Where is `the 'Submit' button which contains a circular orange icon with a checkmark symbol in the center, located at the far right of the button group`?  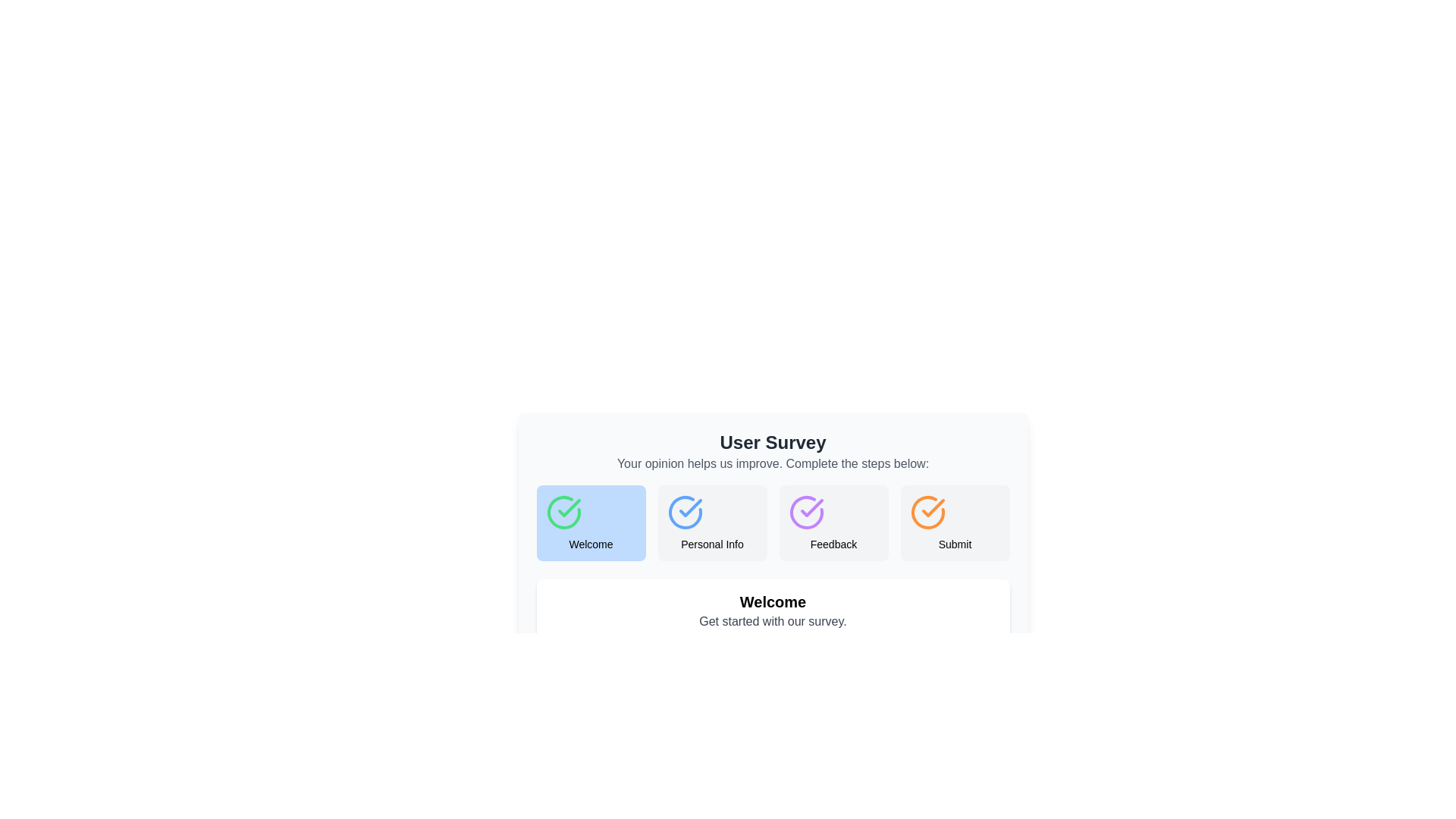
the 'Submit' button which contains a circular orange icon with a checkmark symbol in the center, located at the far right of the button group is located at coordinates (927, 512).